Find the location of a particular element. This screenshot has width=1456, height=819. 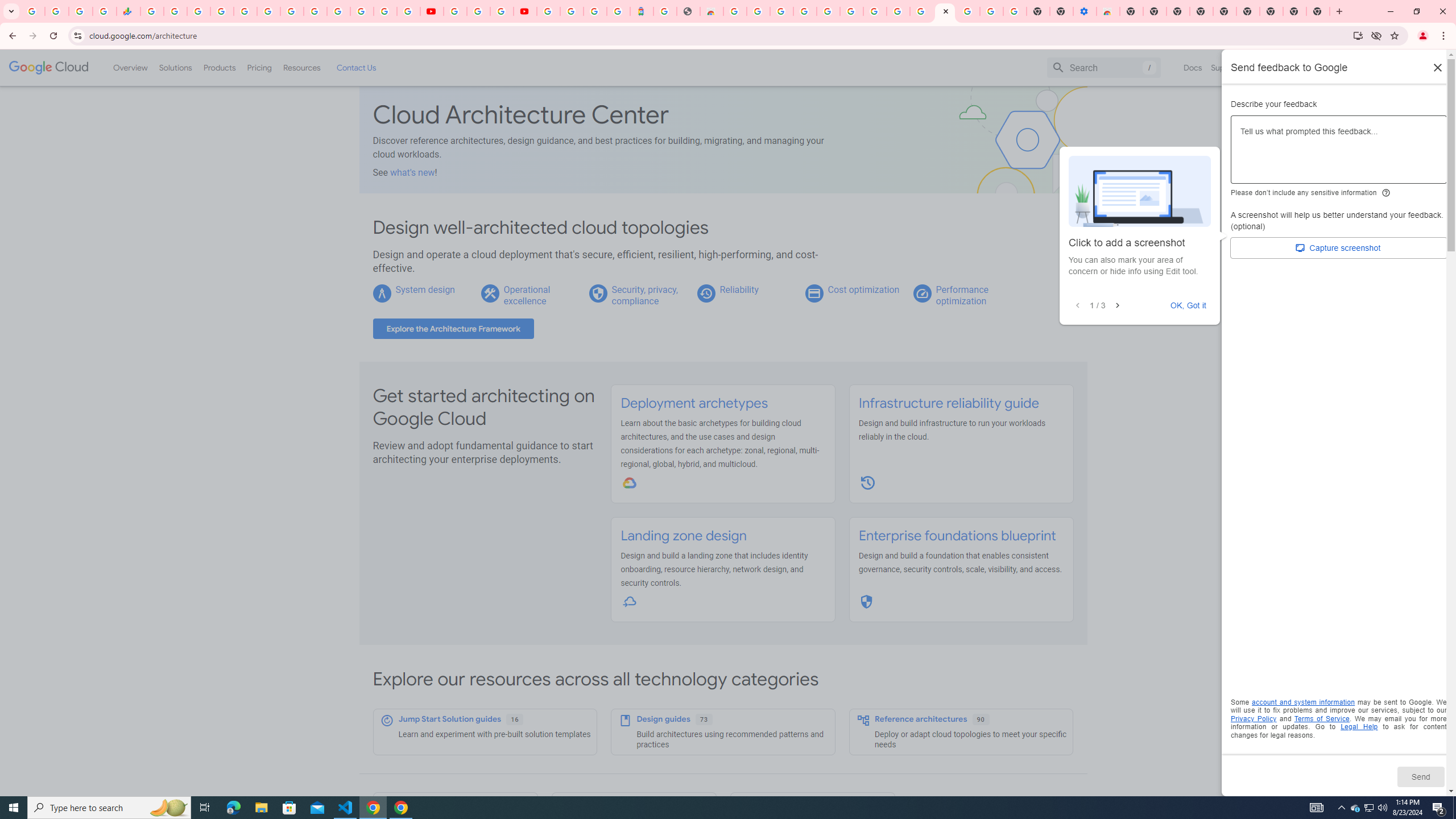

'Previous' is located at coordinates (1078, 305).